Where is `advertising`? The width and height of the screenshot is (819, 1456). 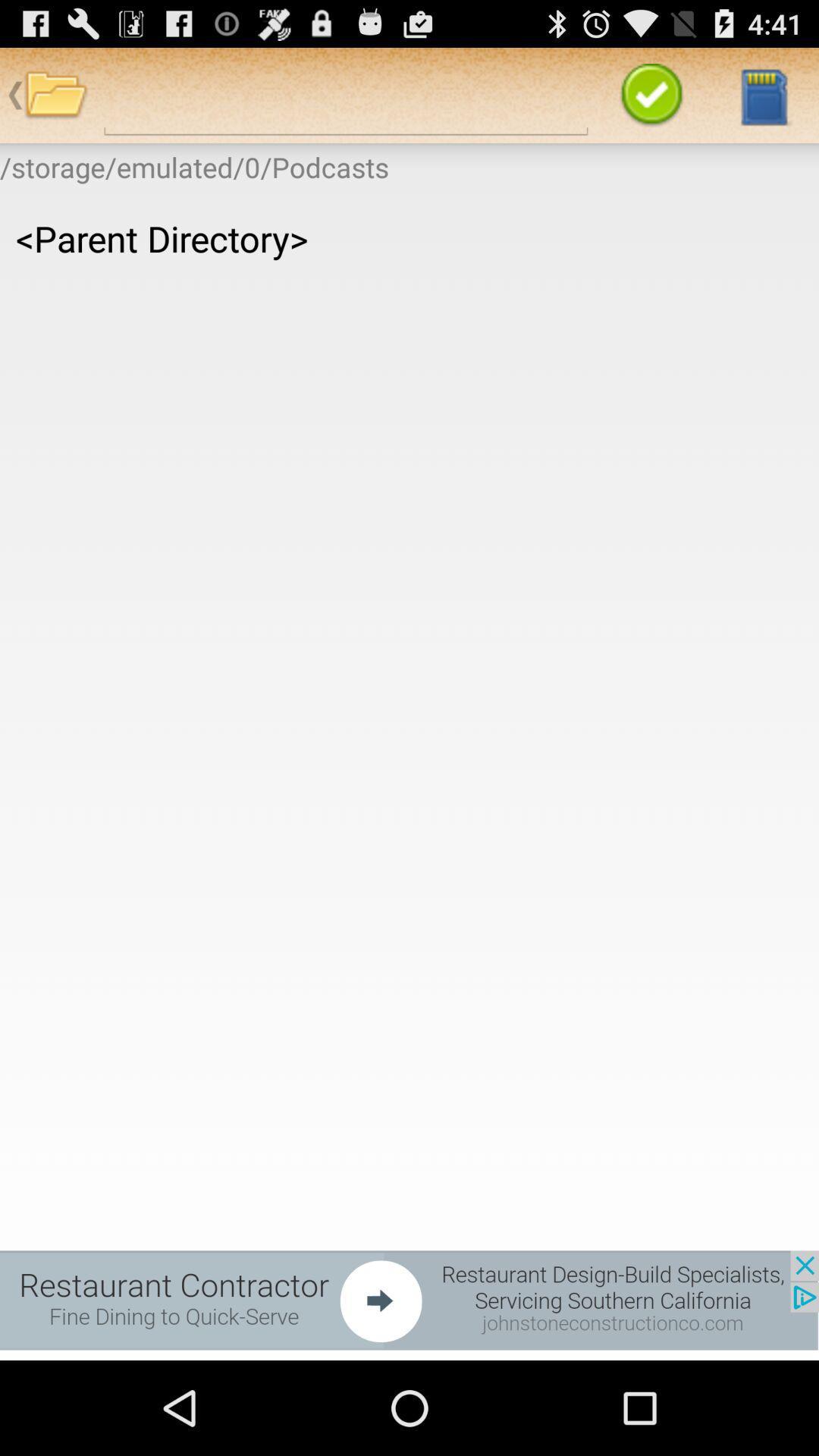 advertising is located at coordinates (409, 1299).